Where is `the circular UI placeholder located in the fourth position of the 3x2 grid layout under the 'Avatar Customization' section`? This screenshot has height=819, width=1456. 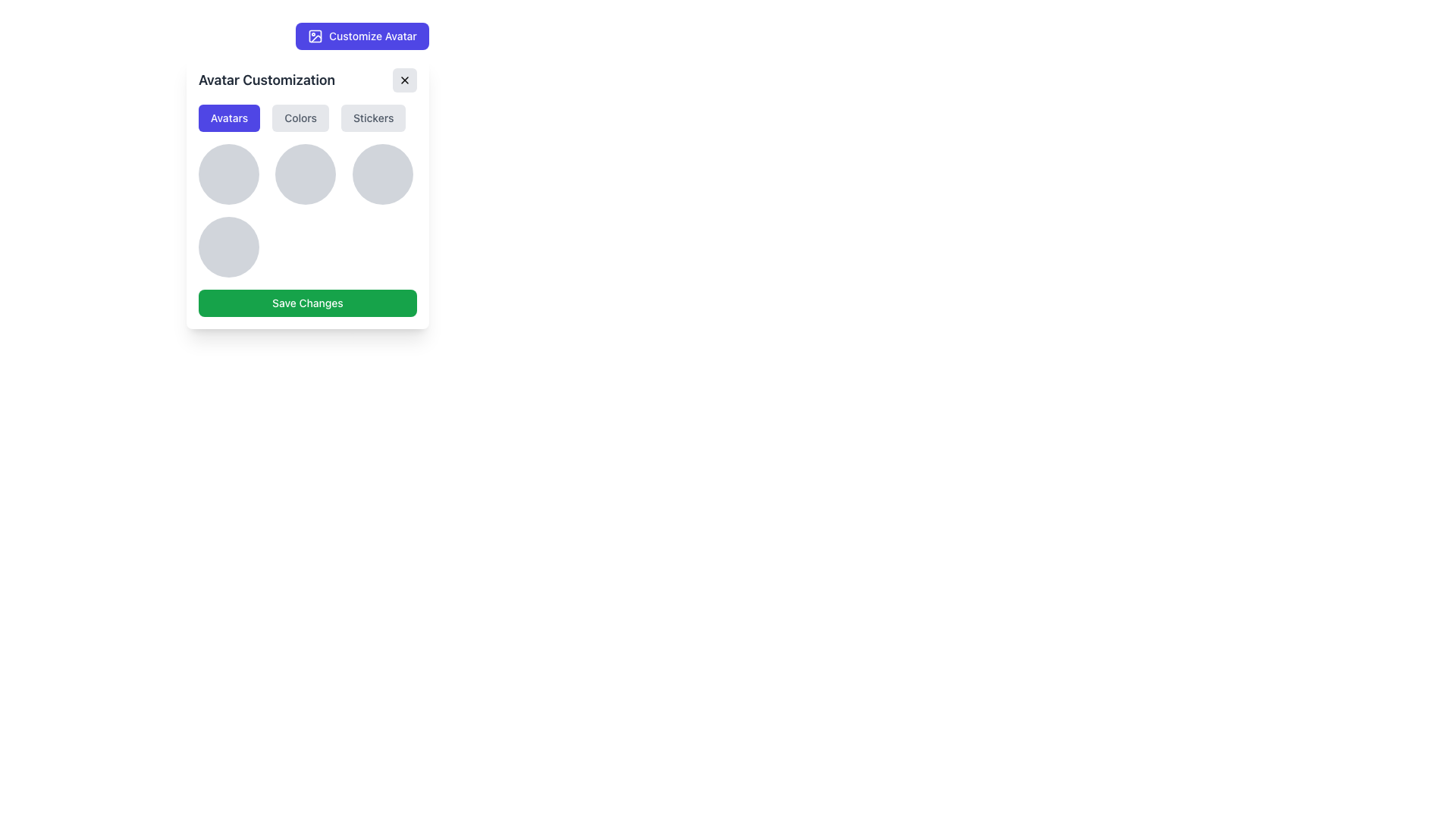
the circular UI placeholder located in the fourth position of the 3x2 grid layout under the 'Avatar Customization' section is located at coordinates (227, 246).